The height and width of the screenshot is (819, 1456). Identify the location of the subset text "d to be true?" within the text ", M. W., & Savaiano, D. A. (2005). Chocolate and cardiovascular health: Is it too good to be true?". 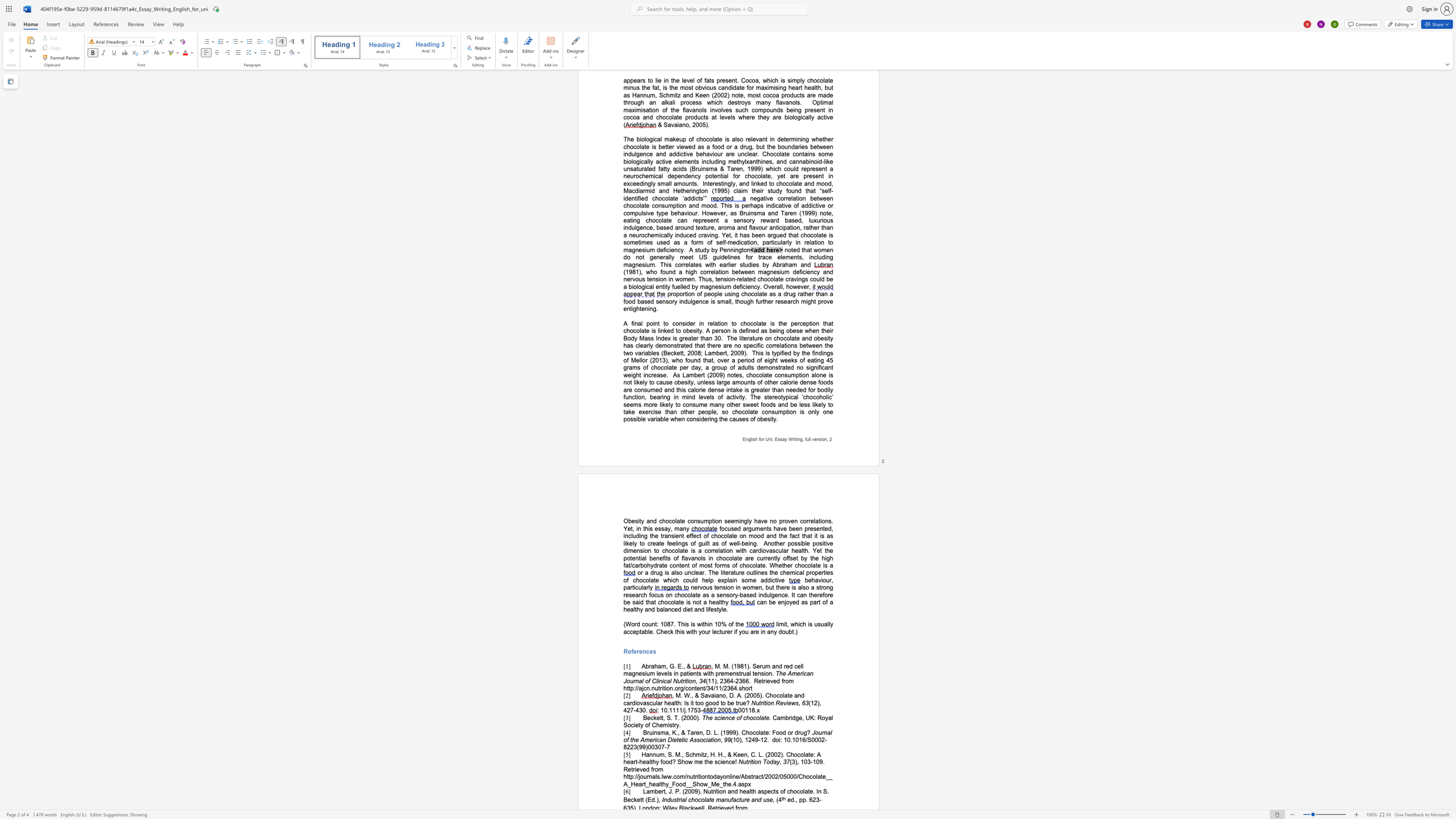
(715, 703).